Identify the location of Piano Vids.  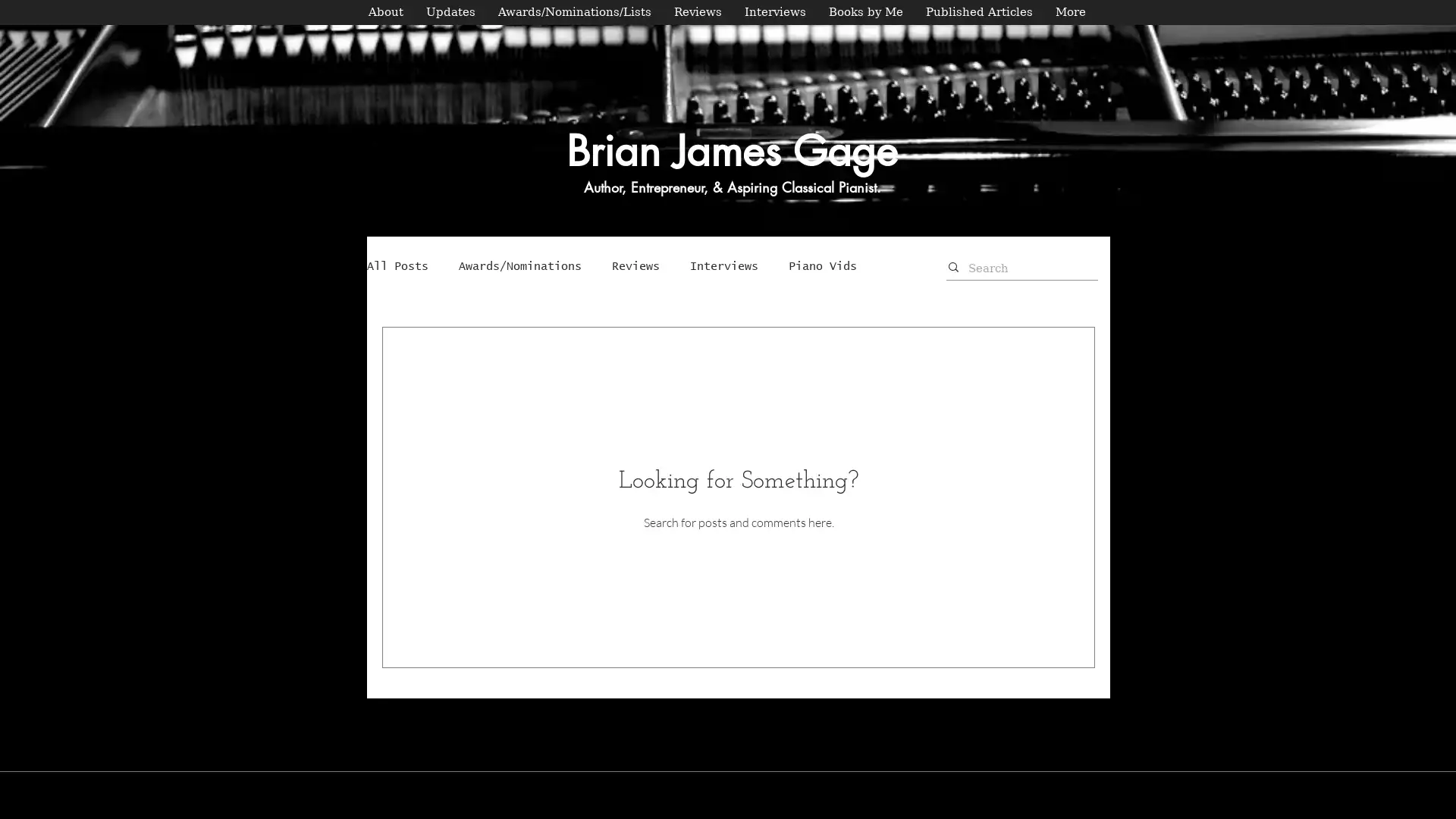
(821, 265).